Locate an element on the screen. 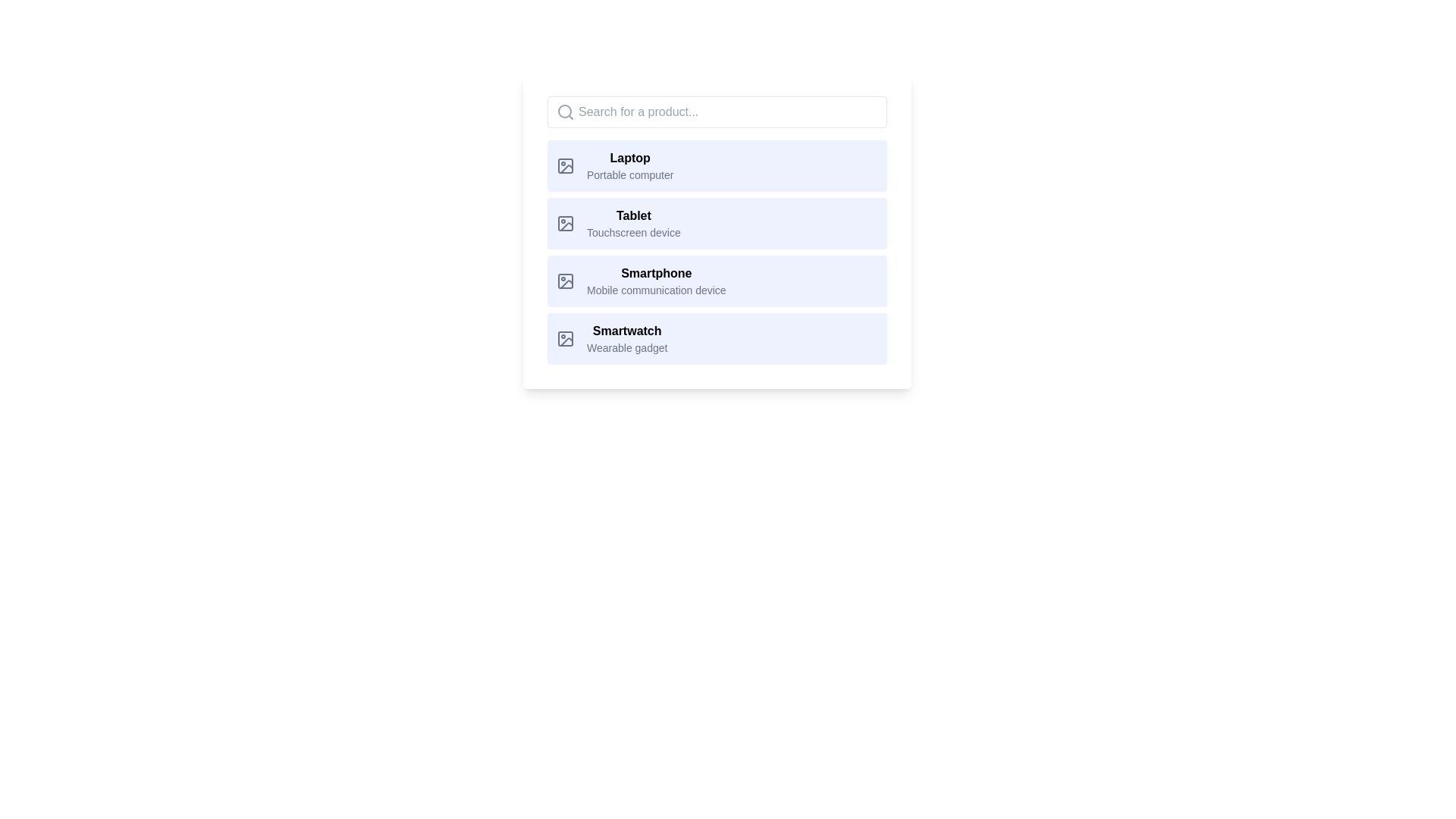  the Laptop icon located to the left of the 'Laptop' text in the first row of the vertically-listed group of items is located at coordinates (564, 166).